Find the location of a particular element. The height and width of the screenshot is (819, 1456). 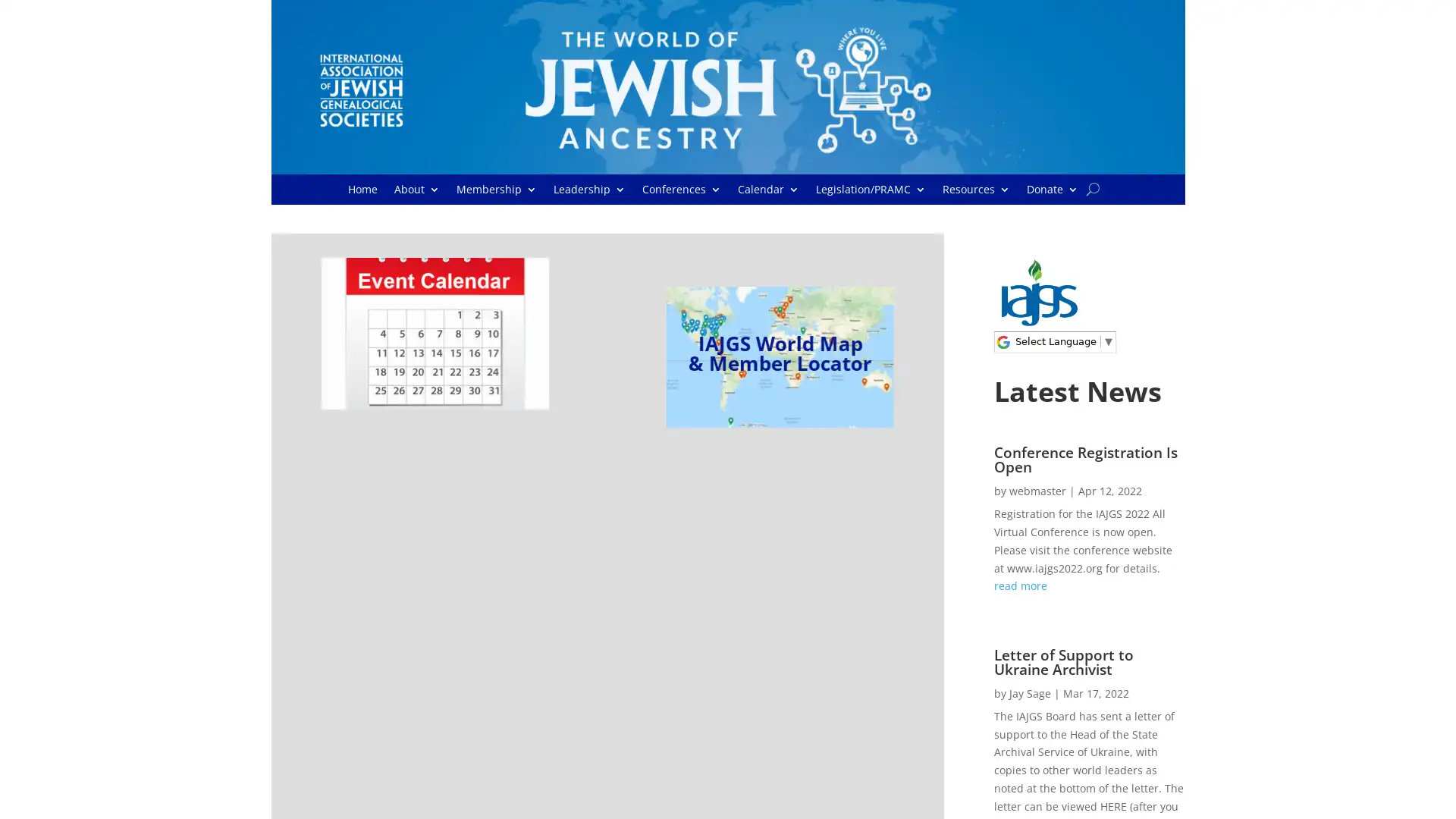

U is located at coordinates (1093, 188).